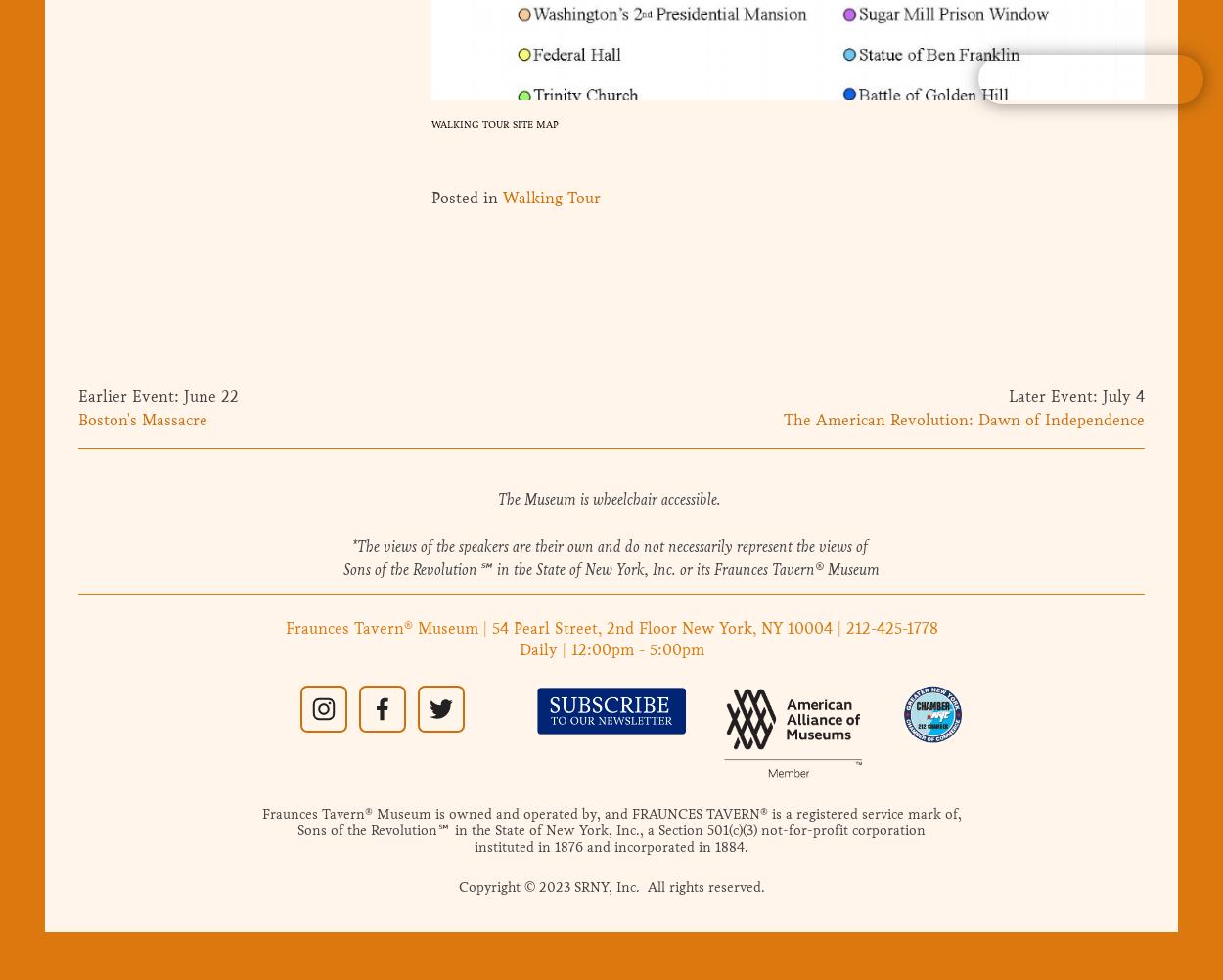 This screenshot has width=1223, height=980. Describe the element at coordinates (610, 886) in the screenshot. I see `'Copyright © 2023 SRNY, Inc.  All rights reserved.'` at that location.